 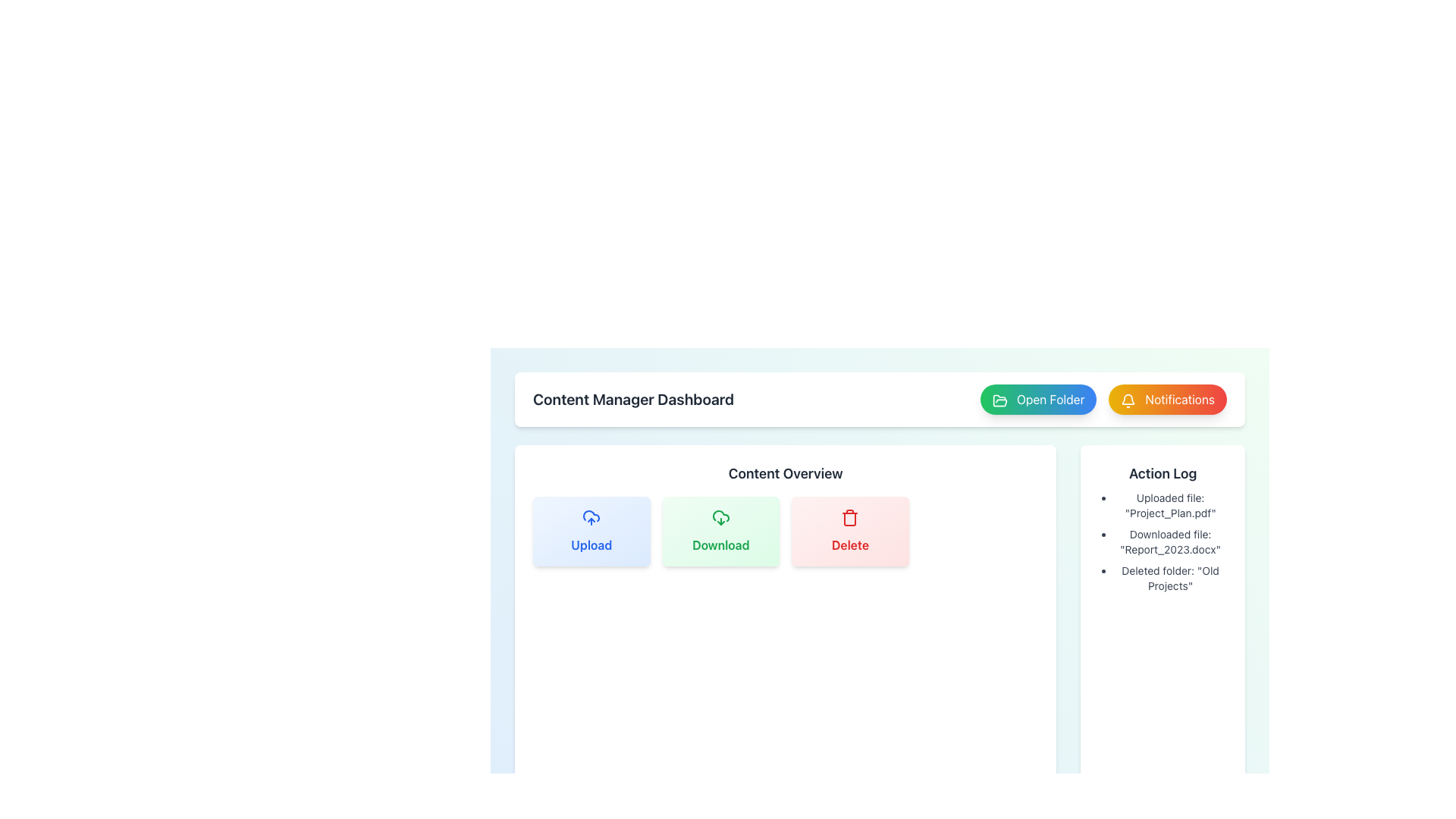 I want to click on the download button located in the middle column under the 'Content Overview' heading to interact with its visual effects, so click(x=720, y=531).